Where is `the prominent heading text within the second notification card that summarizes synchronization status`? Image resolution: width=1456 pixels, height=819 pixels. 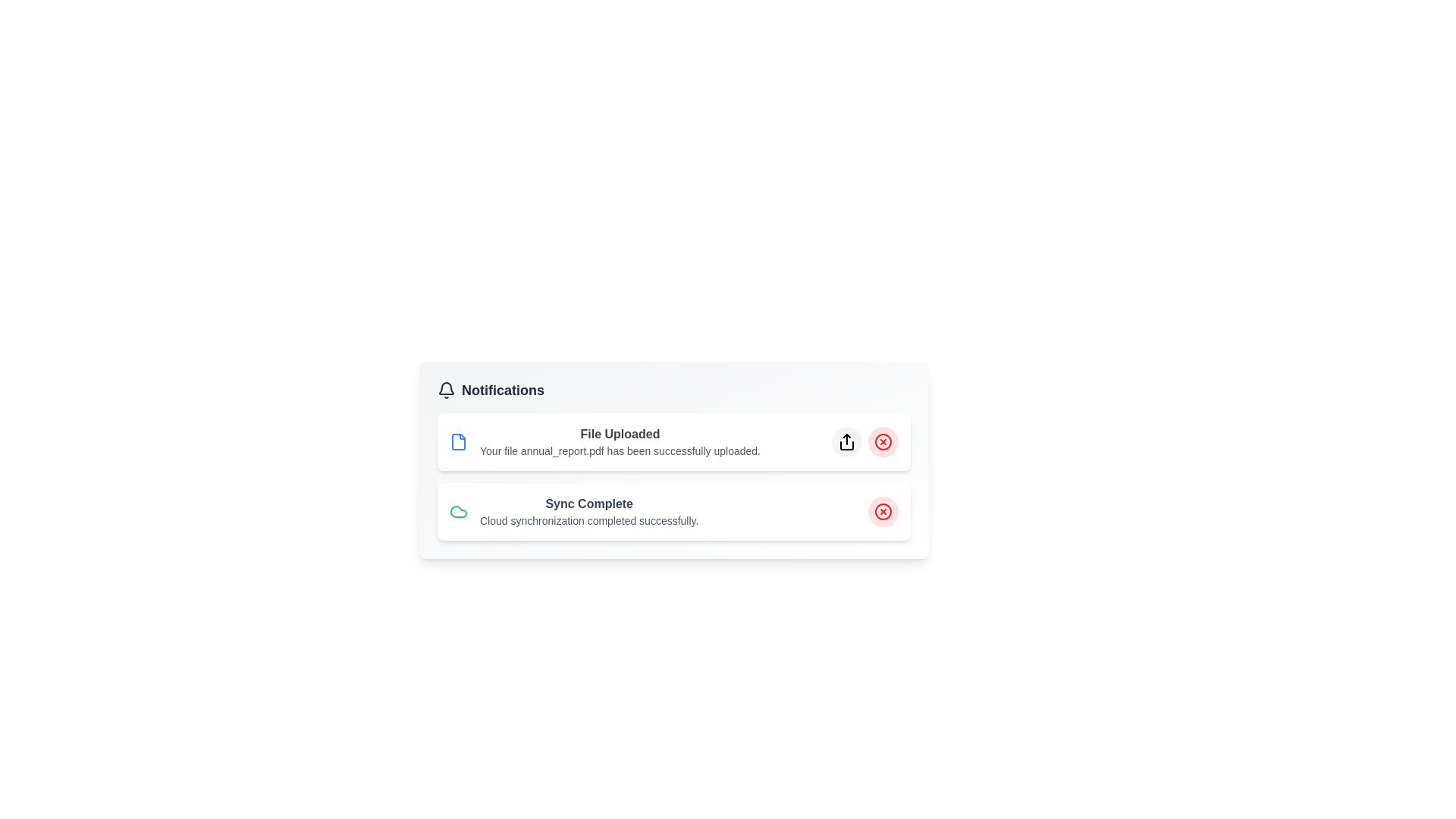
the prominent heading text within the second notification card that summarizes synchronization status is located at coordinates (588, 504).